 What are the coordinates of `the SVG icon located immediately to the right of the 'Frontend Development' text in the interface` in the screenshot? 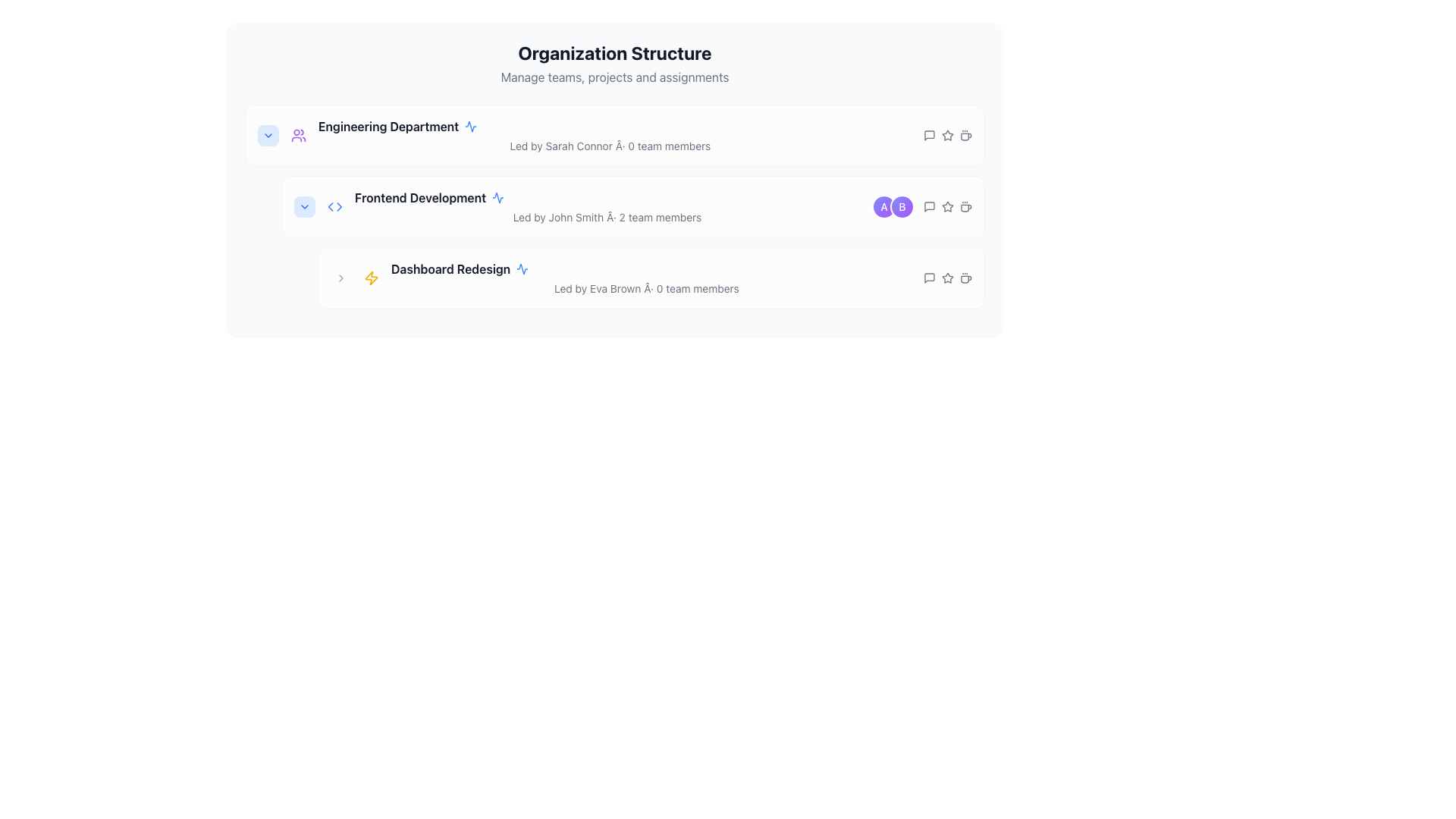 It's located at (498, 197).